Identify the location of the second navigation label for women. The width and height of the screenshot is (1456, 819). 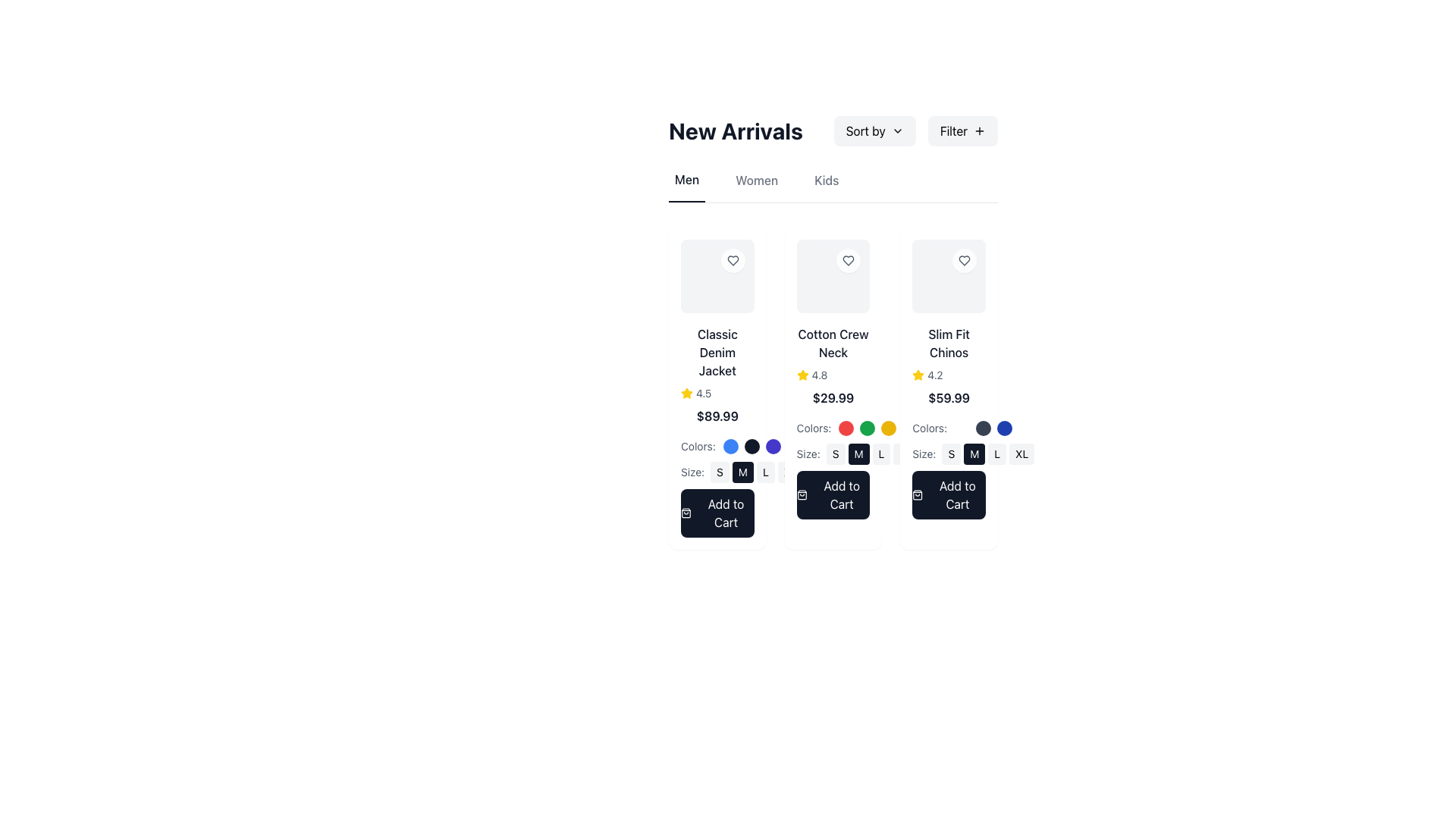
(757, 186).